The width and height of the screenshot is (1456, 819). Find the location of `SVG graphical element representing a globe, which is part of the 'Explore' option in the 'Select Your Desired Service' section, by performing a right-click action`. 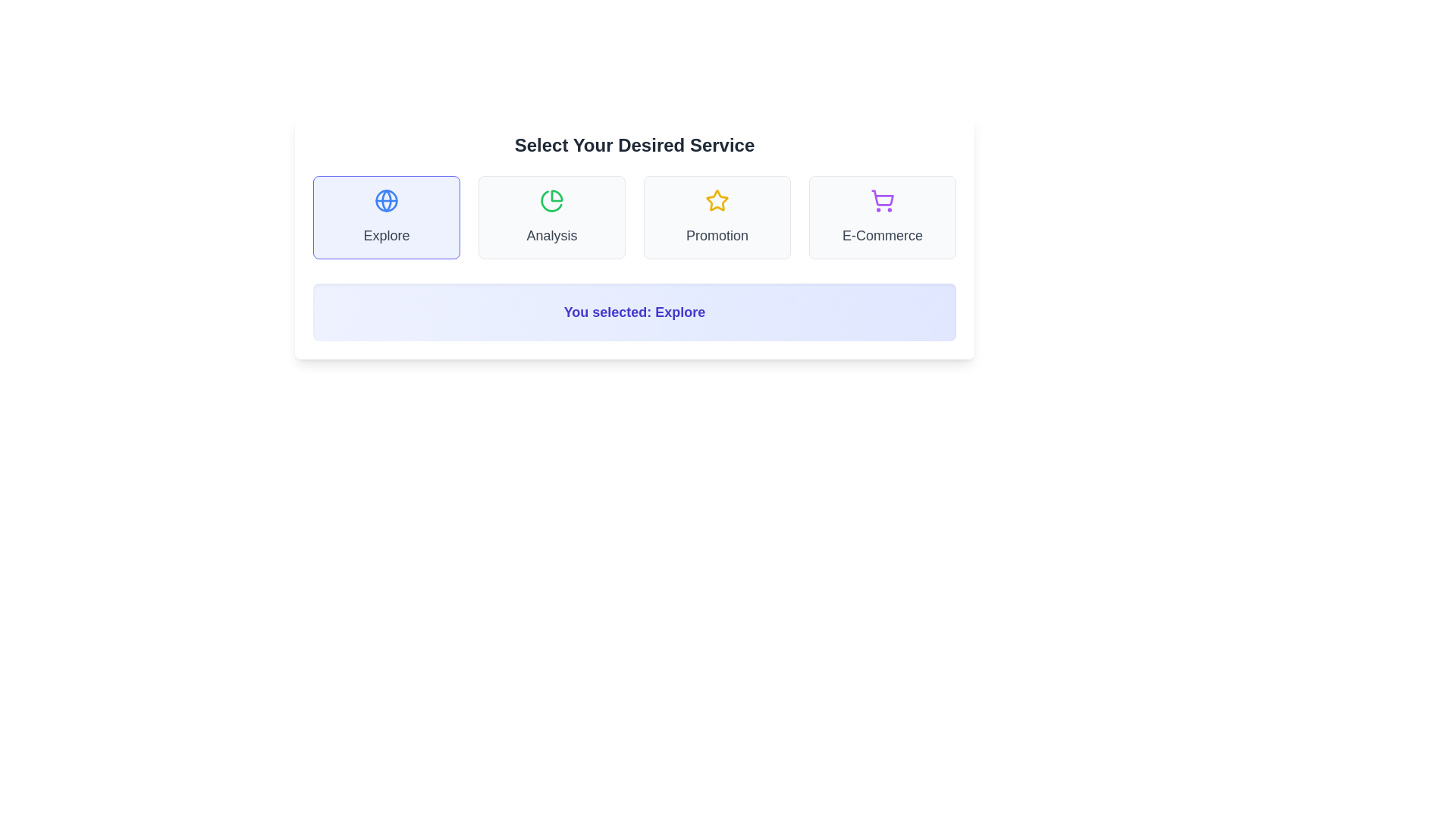

SVG graphical element representing a globe, which is part of the 'Explore' option in the 'Select Your Desired Service' section, by performing a right-click action is located at coordinates (386, 200).